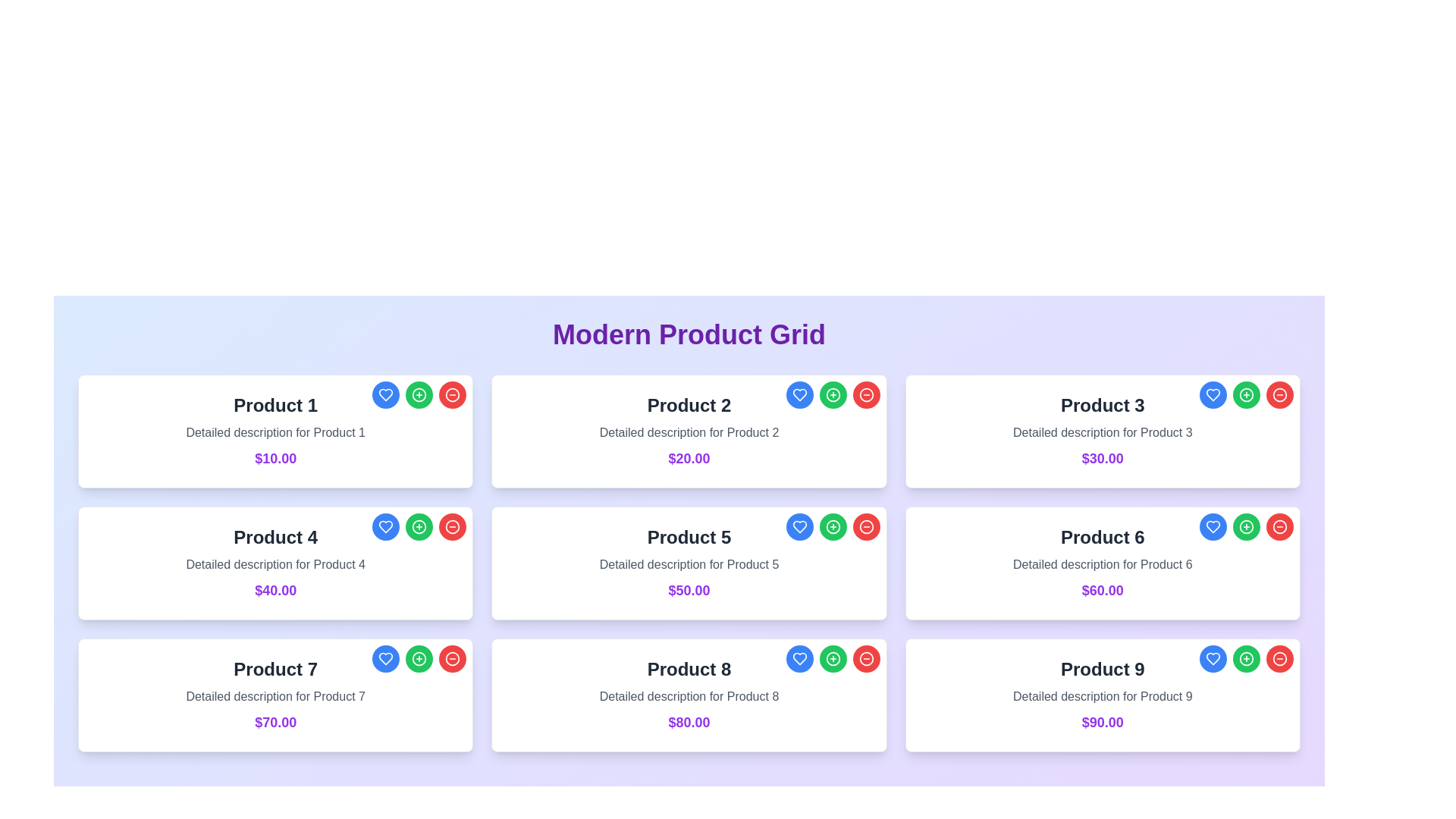 This screenshot has height=819, width=1456. Describe the element at coordinates (866, 657) in the screenshot. I see `the circular red button with a minus sign icon located in the top-right corner of the card for 'Product 8'` at that location.